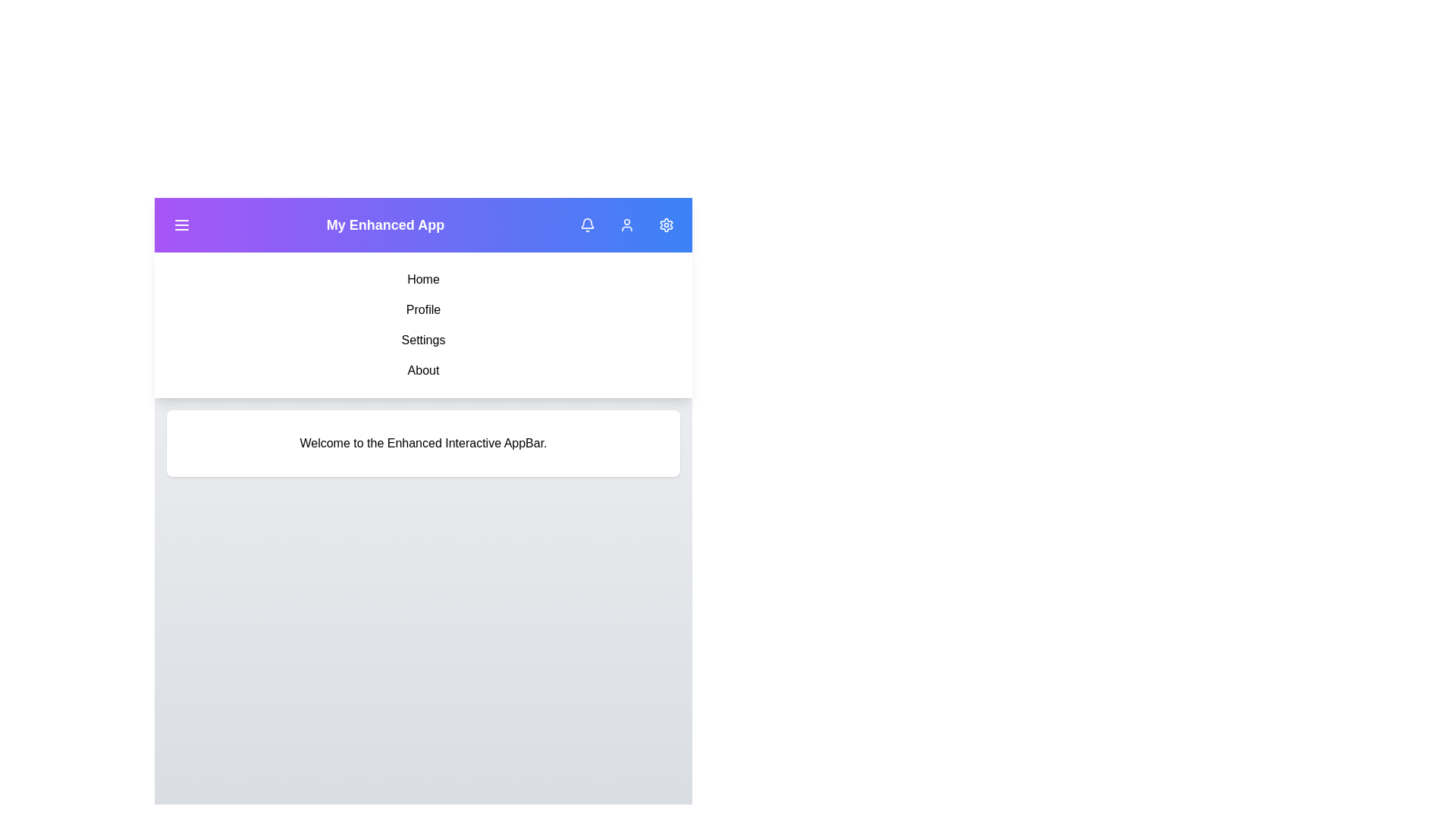 The height and width of the screenshot is (819, 1456). Describe the element at coordinates (423, 309) in the screenshot. I see `the menu item Profile to navigate to the corresponding section` at that location.